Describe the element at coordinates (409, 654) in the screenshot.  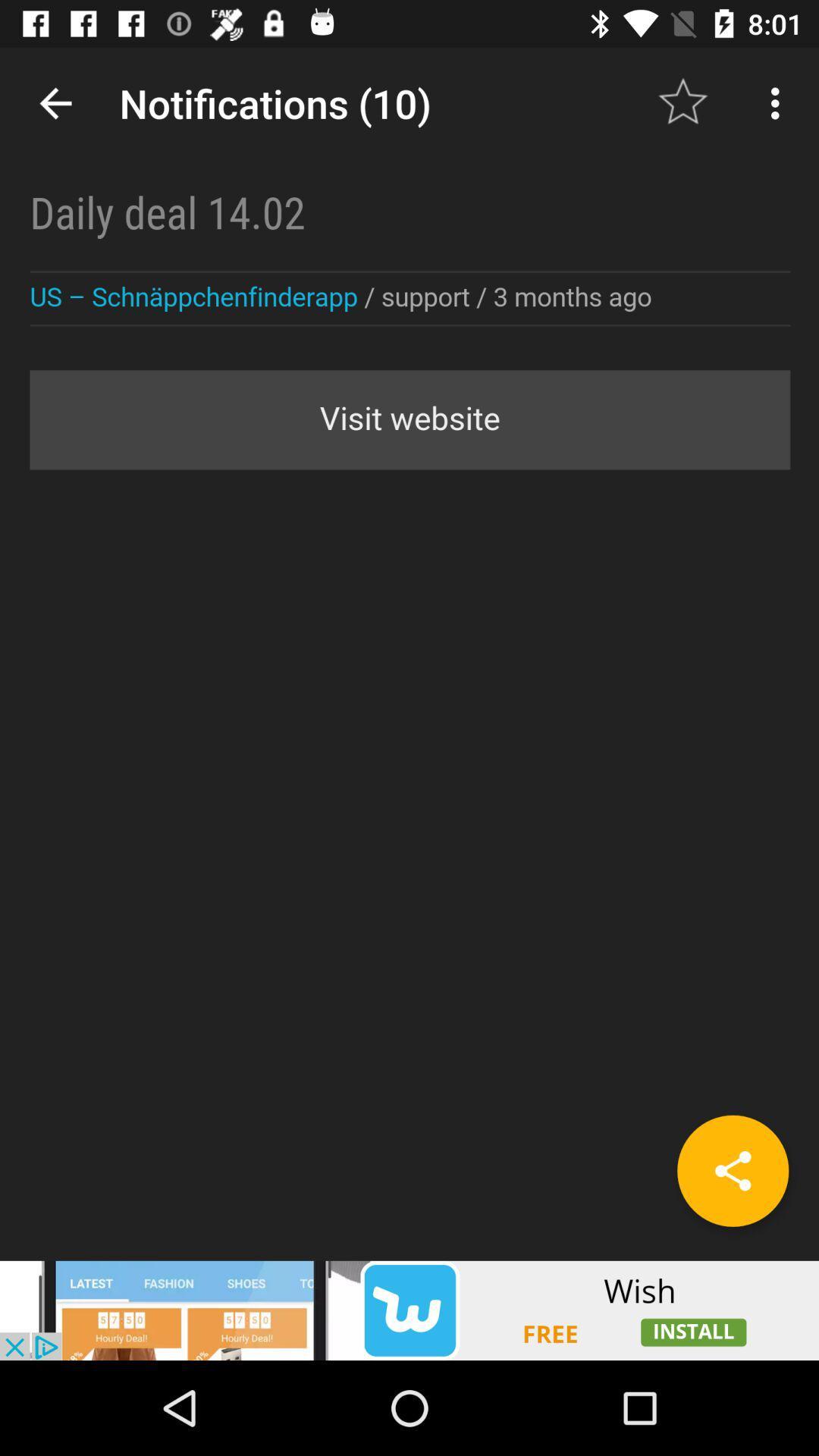
I see `notifications status` at that location.